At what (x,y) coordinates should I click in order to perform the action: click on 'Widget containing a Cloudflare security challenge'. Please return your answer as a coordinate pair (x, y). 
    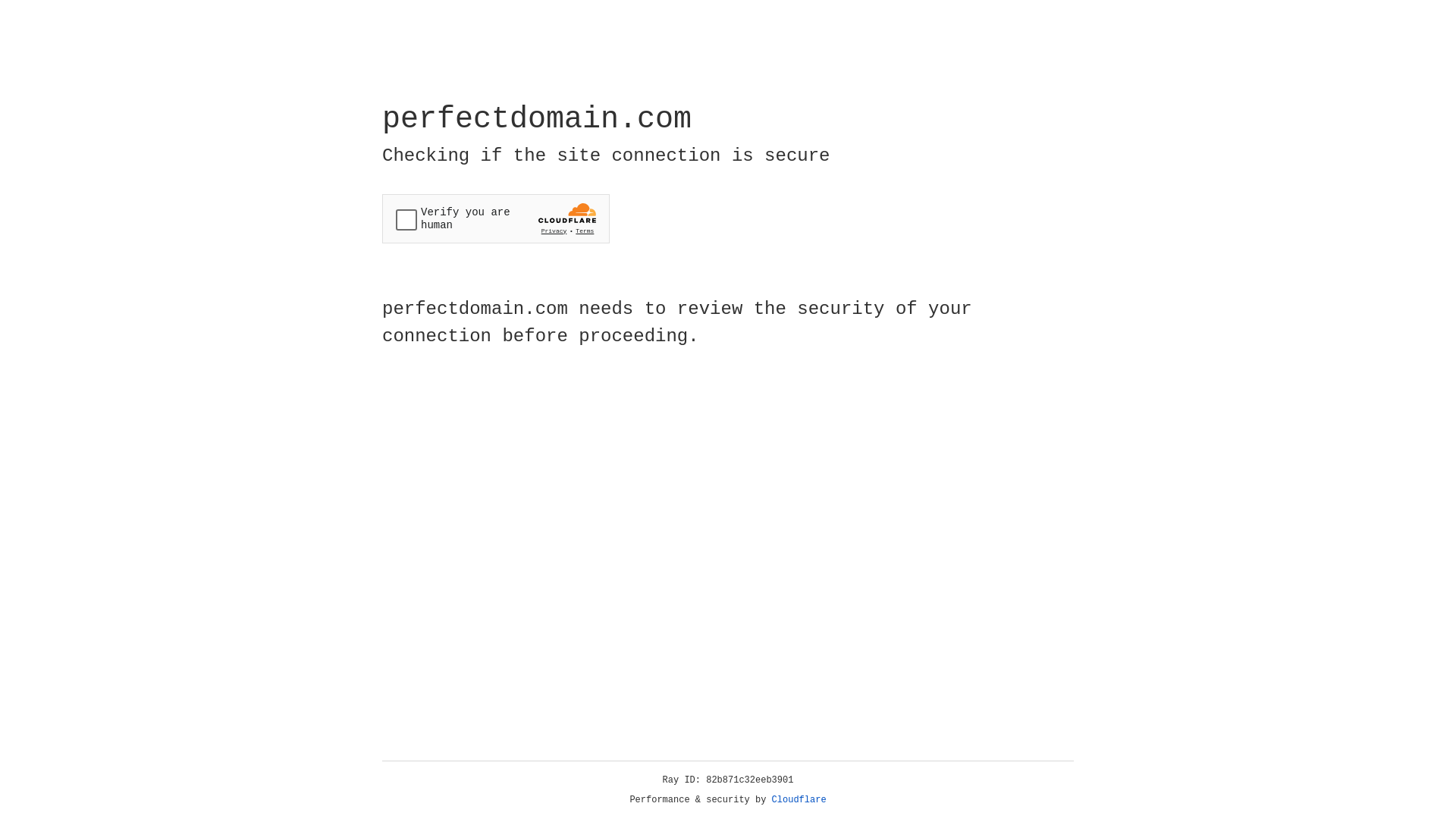
    Looking at the image, I should click on (495, 218).